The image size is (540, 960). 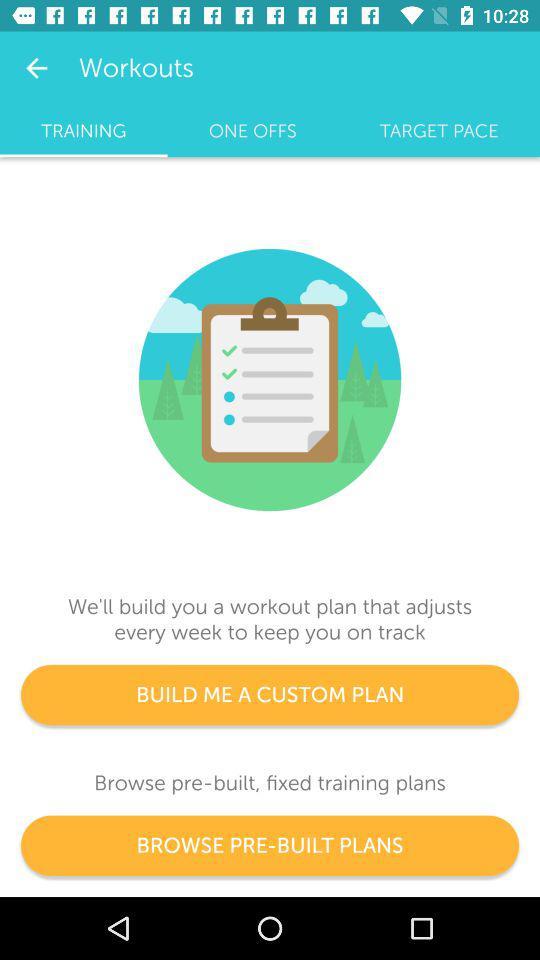 I want to click on the target pace item, so click(x=438, y=130).